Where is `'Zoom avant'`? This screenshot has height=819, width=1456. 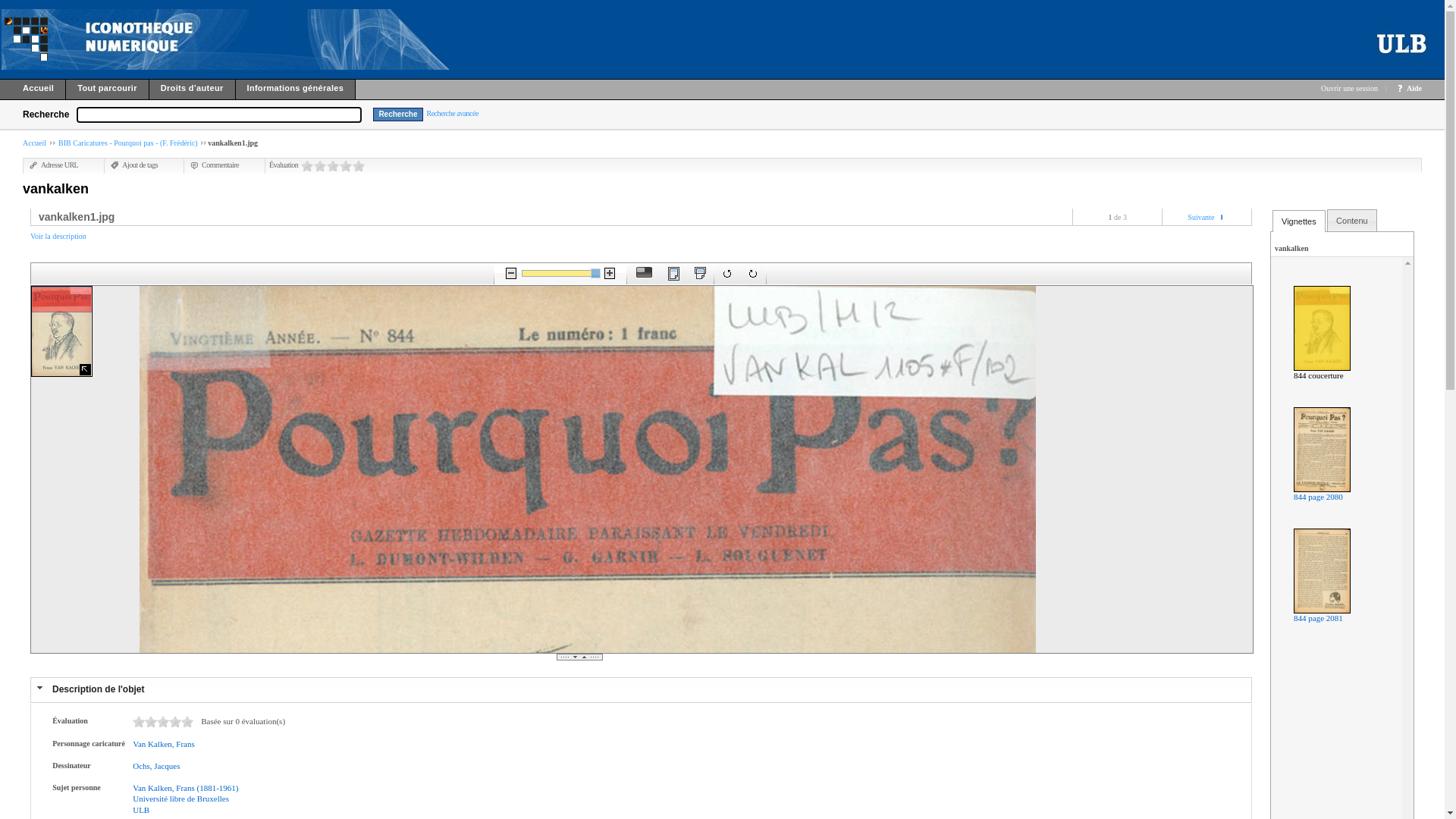
'Zoom avant' is located at coordinates (609, 273).